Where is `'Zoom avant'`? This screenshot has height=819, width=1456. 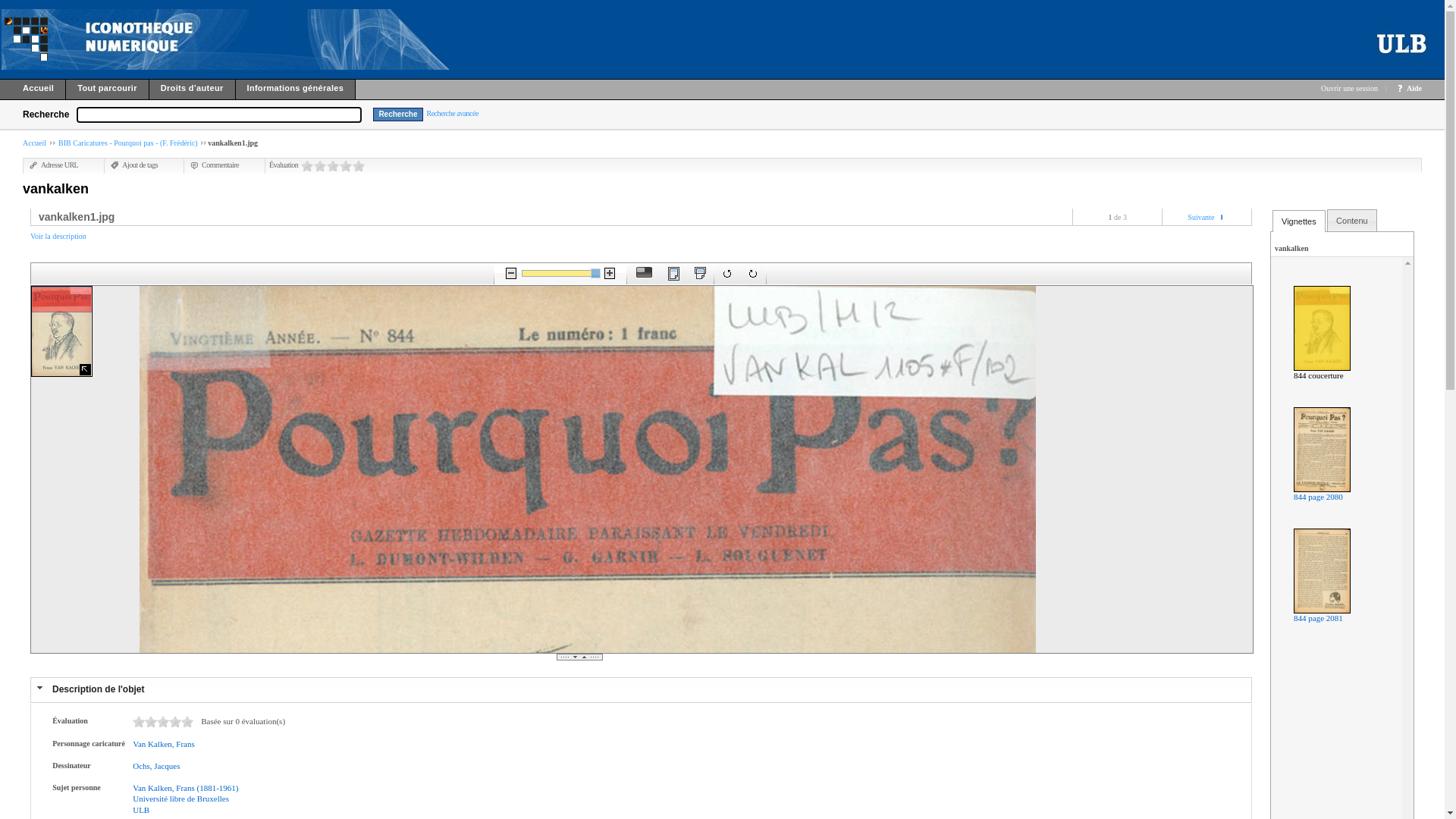
'Zoom avant' is located at coordinates (609, 273).